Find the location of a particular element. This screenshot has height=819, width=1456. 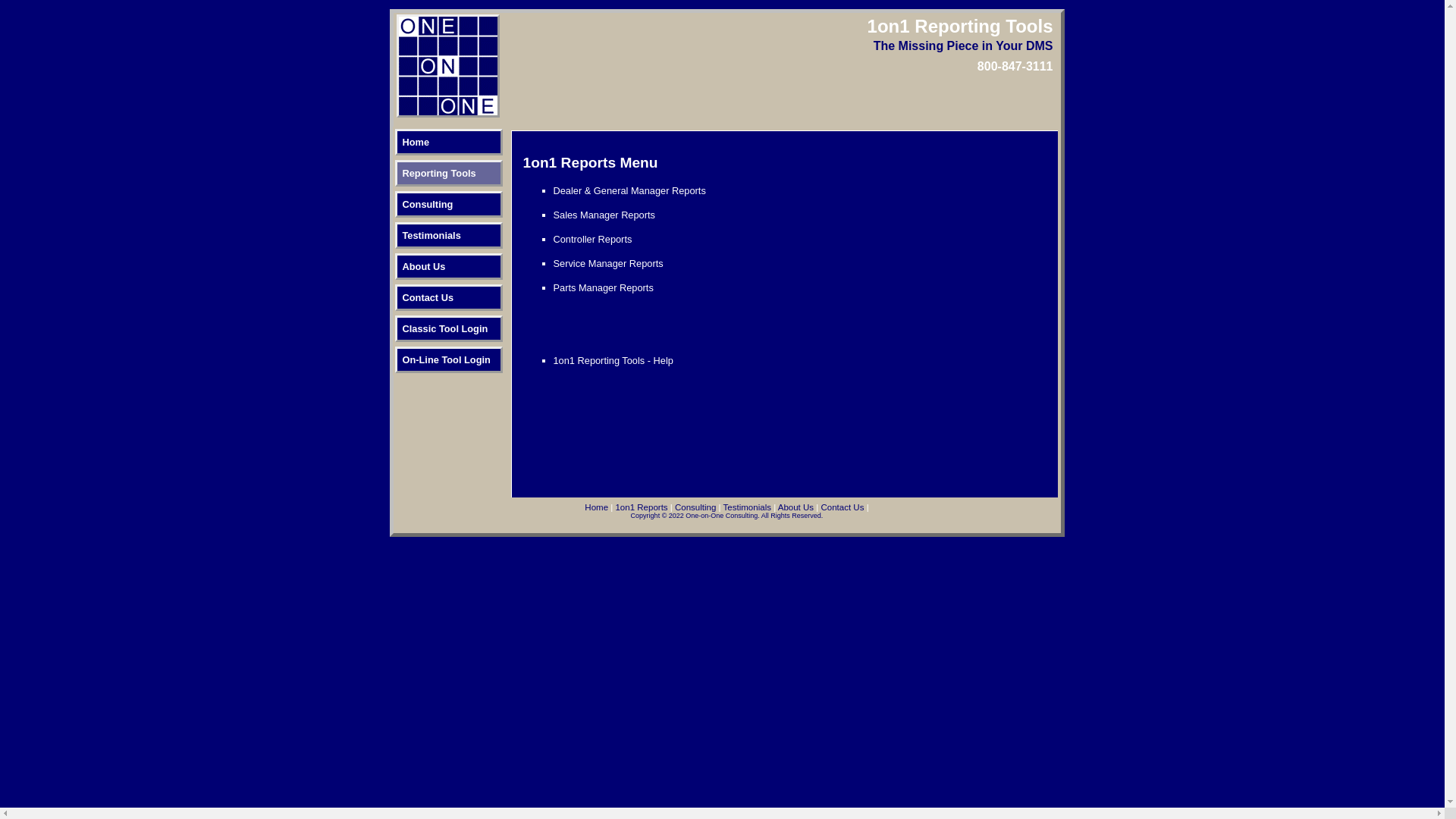

'Reporting Tools' is located at coordinates (447, 172).